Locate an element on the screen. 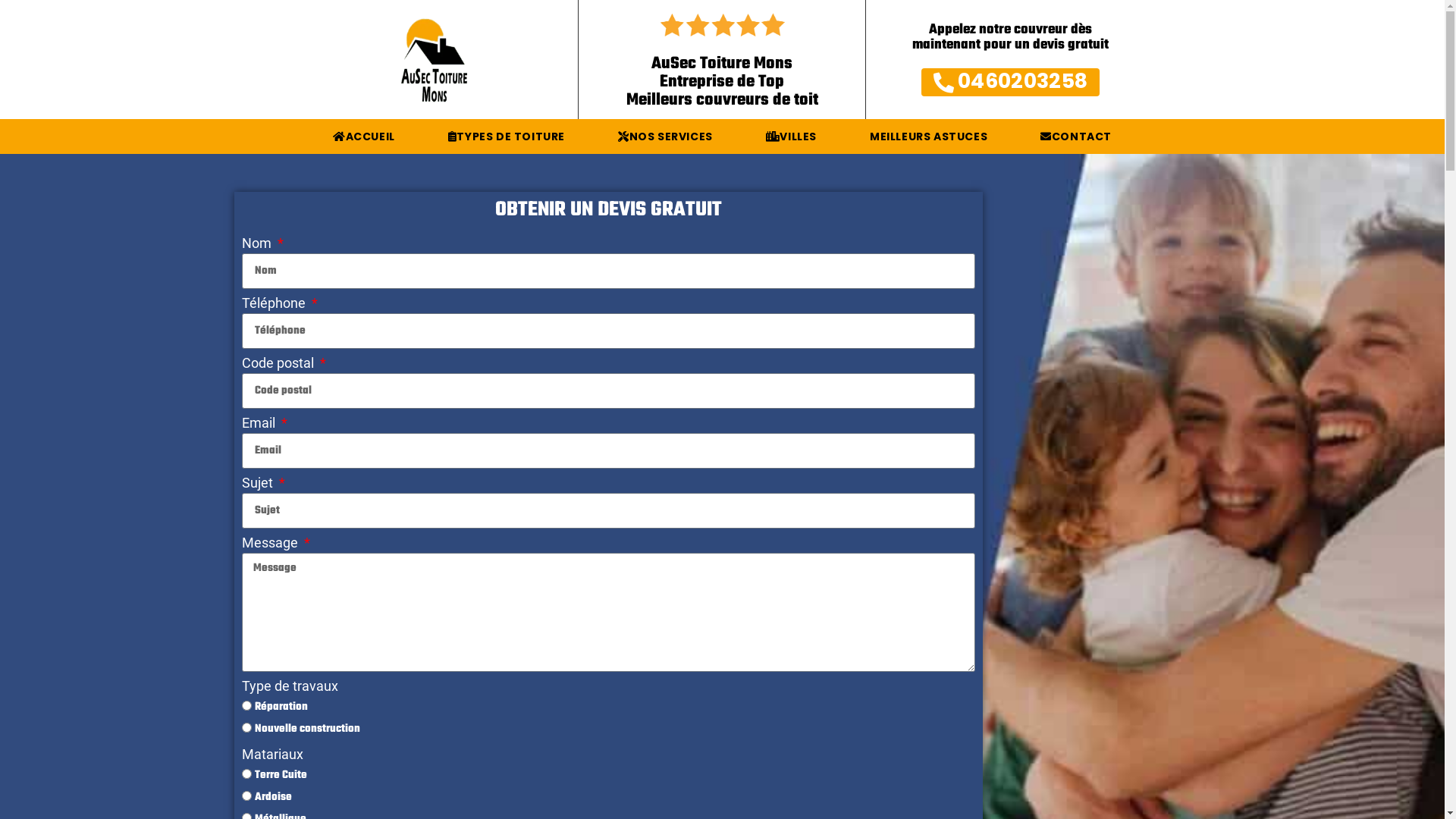  'NOS SERVICES' is located at coordinates (665, 136).